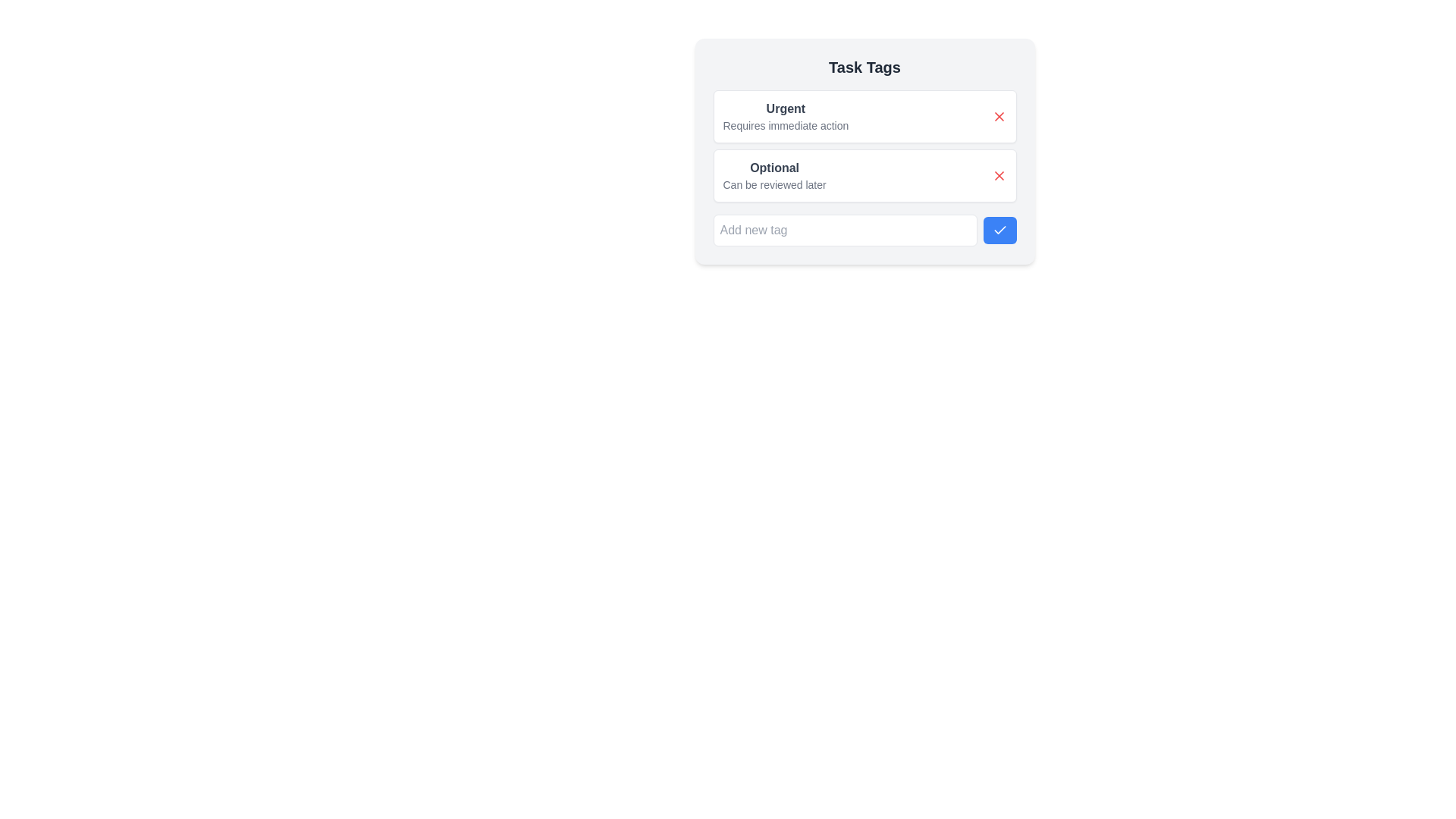  I want to click on the close or delete button located at the rightmost area of the 'Optional' task tag, so click(999, 174).